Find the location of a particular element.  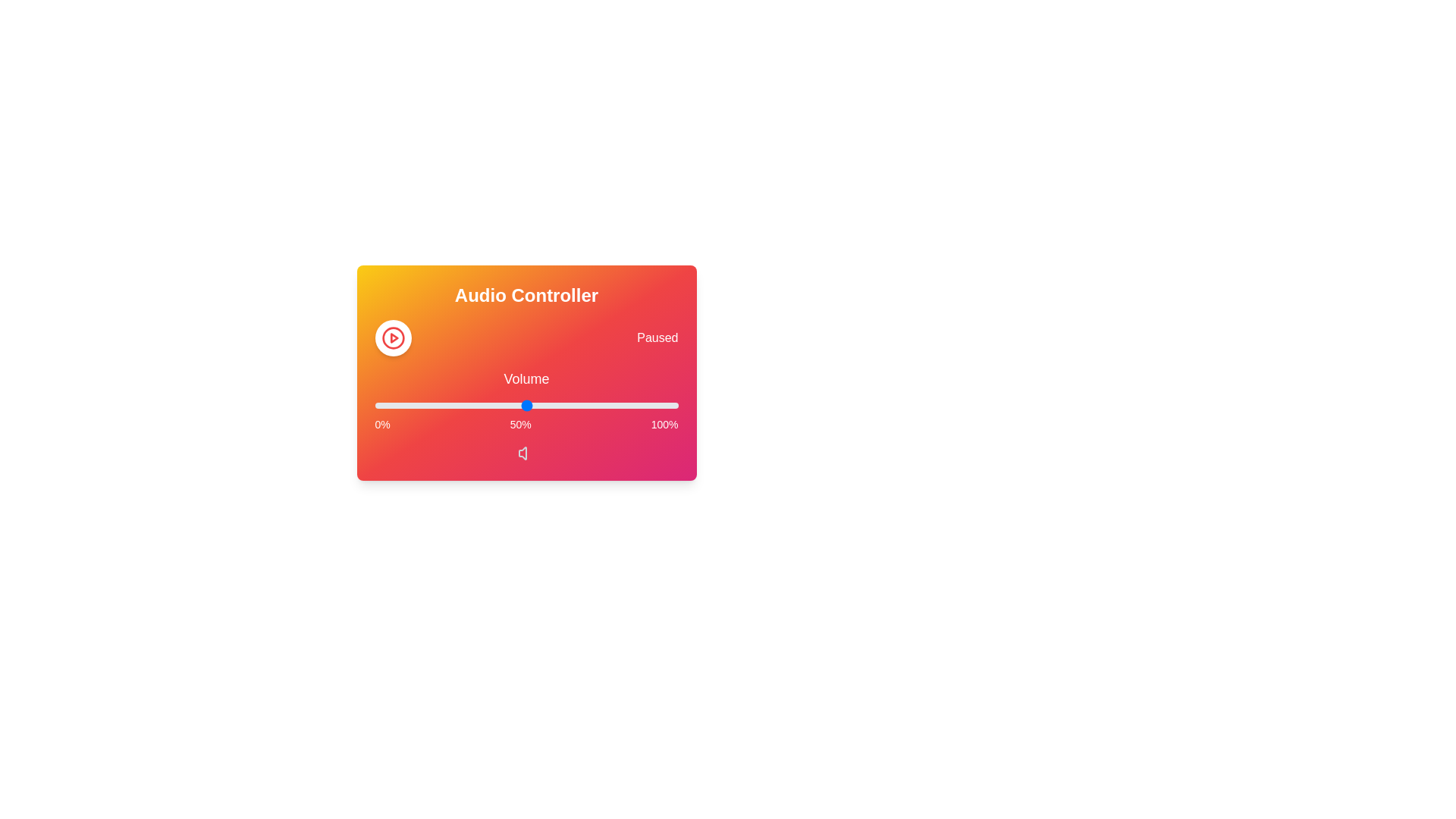

the volume slider to 80% is located at coordinates (617, 405).